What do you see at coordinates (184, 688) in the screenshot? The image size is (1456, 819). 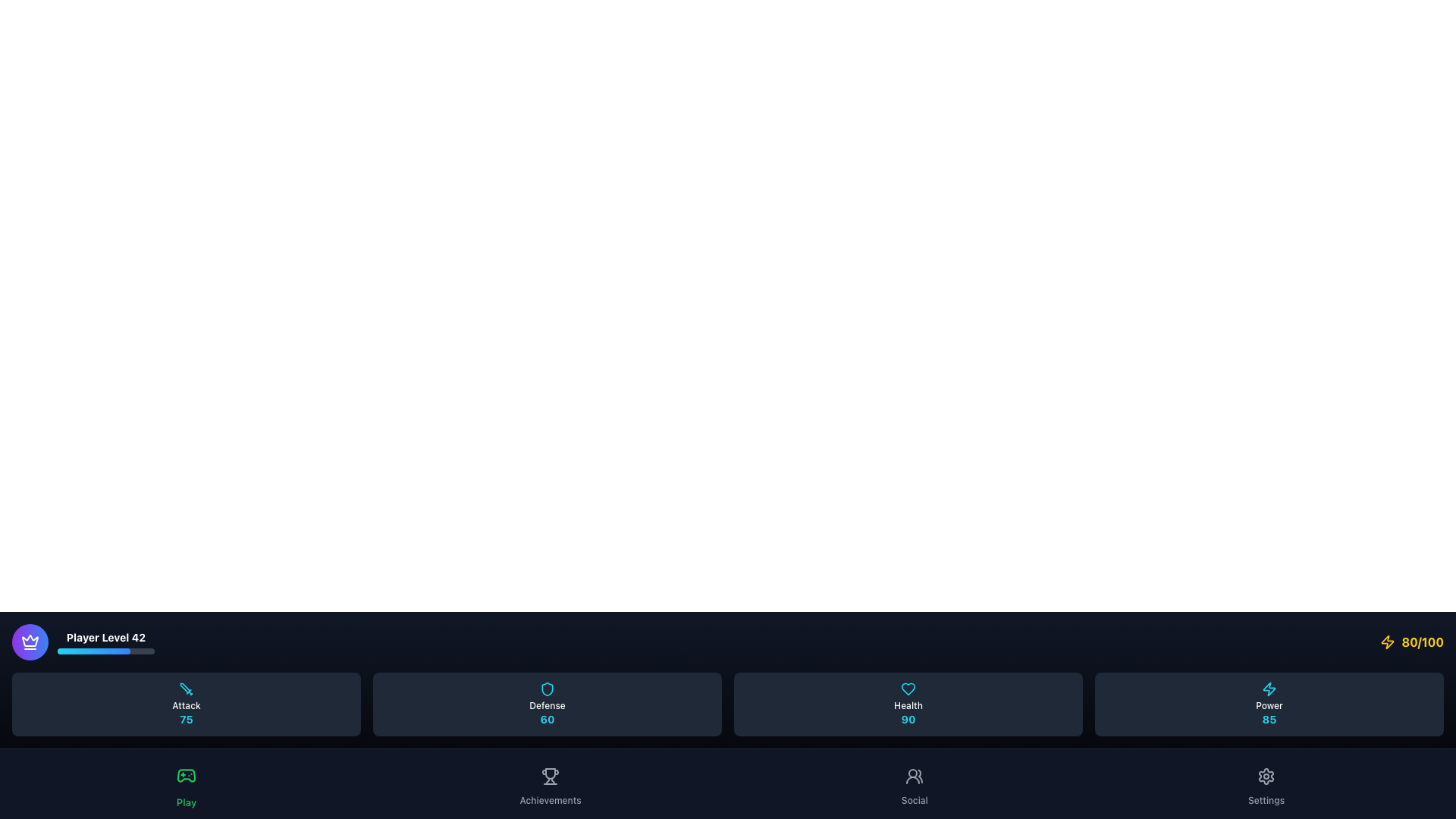 I see `the 'Attack' icon, which visually represents the sword graphic in the player stats interface` at bounding box center [184, 688].